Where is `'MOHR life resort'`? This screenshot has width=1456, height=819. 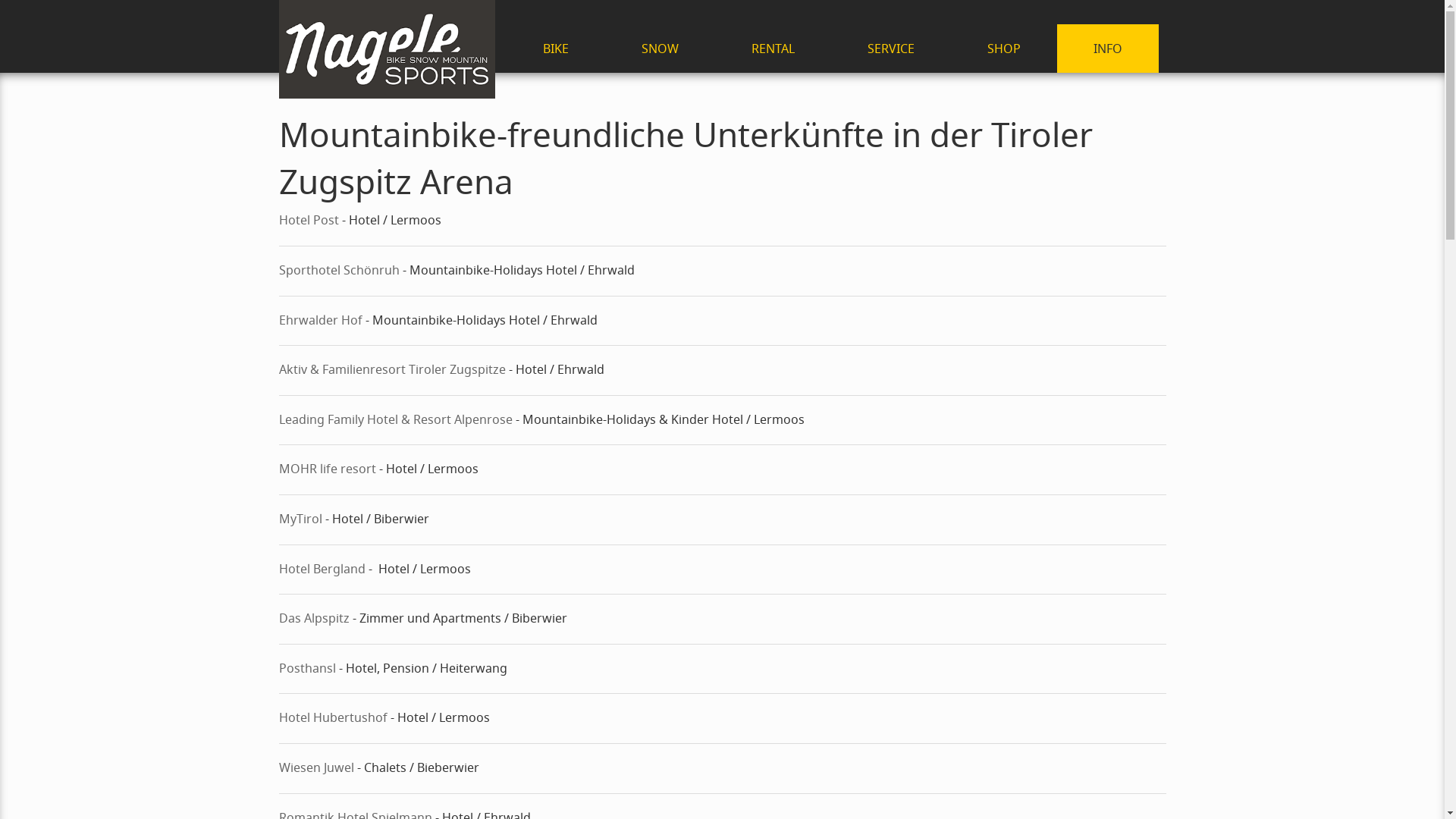 'MOHR life resort' is located at coordinates (327, 467).